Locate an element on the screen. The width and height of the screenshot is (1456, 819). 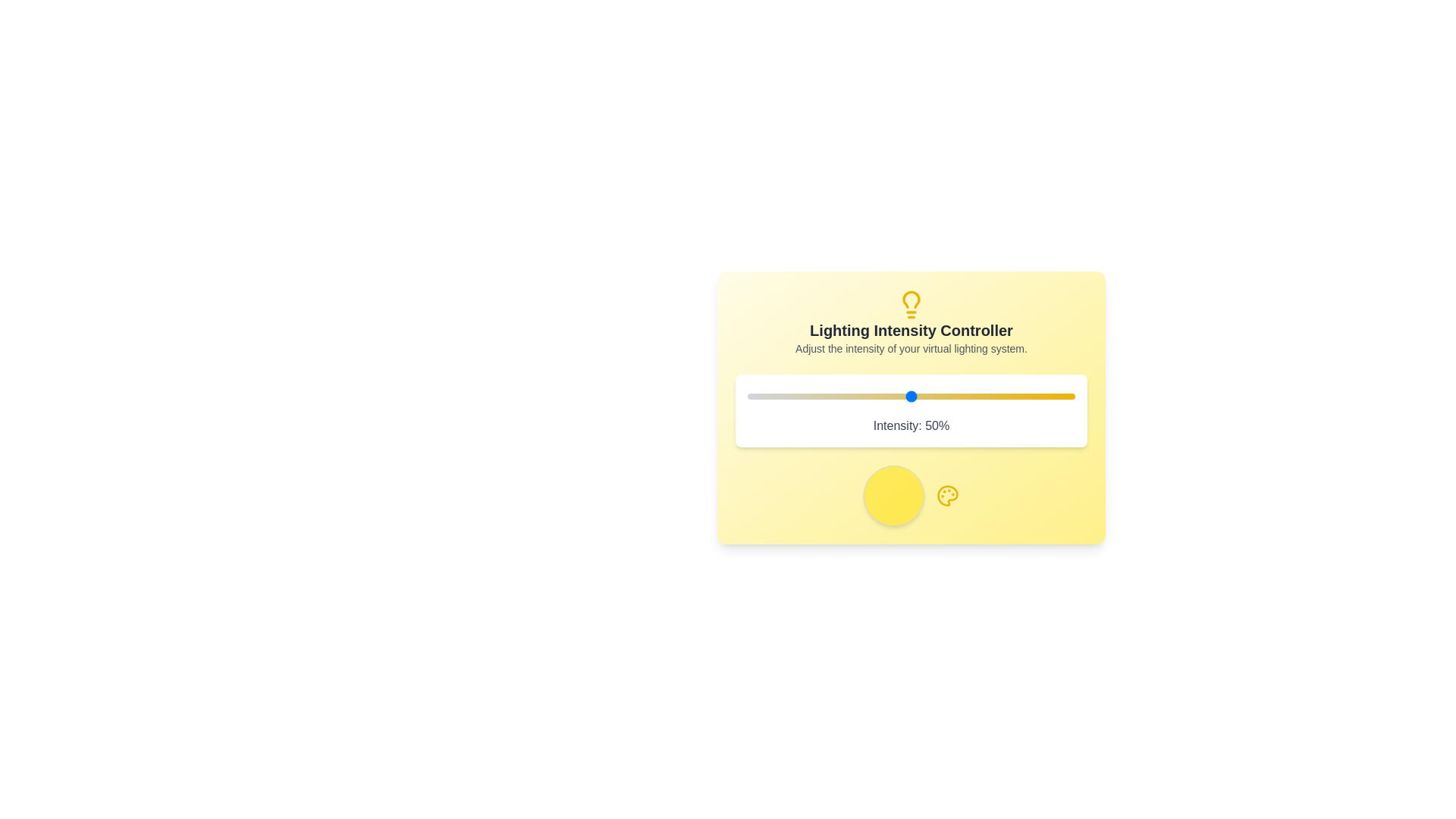
the lighting intensity to 97% by interacting with the slider is located at coordinates (1065, 396).